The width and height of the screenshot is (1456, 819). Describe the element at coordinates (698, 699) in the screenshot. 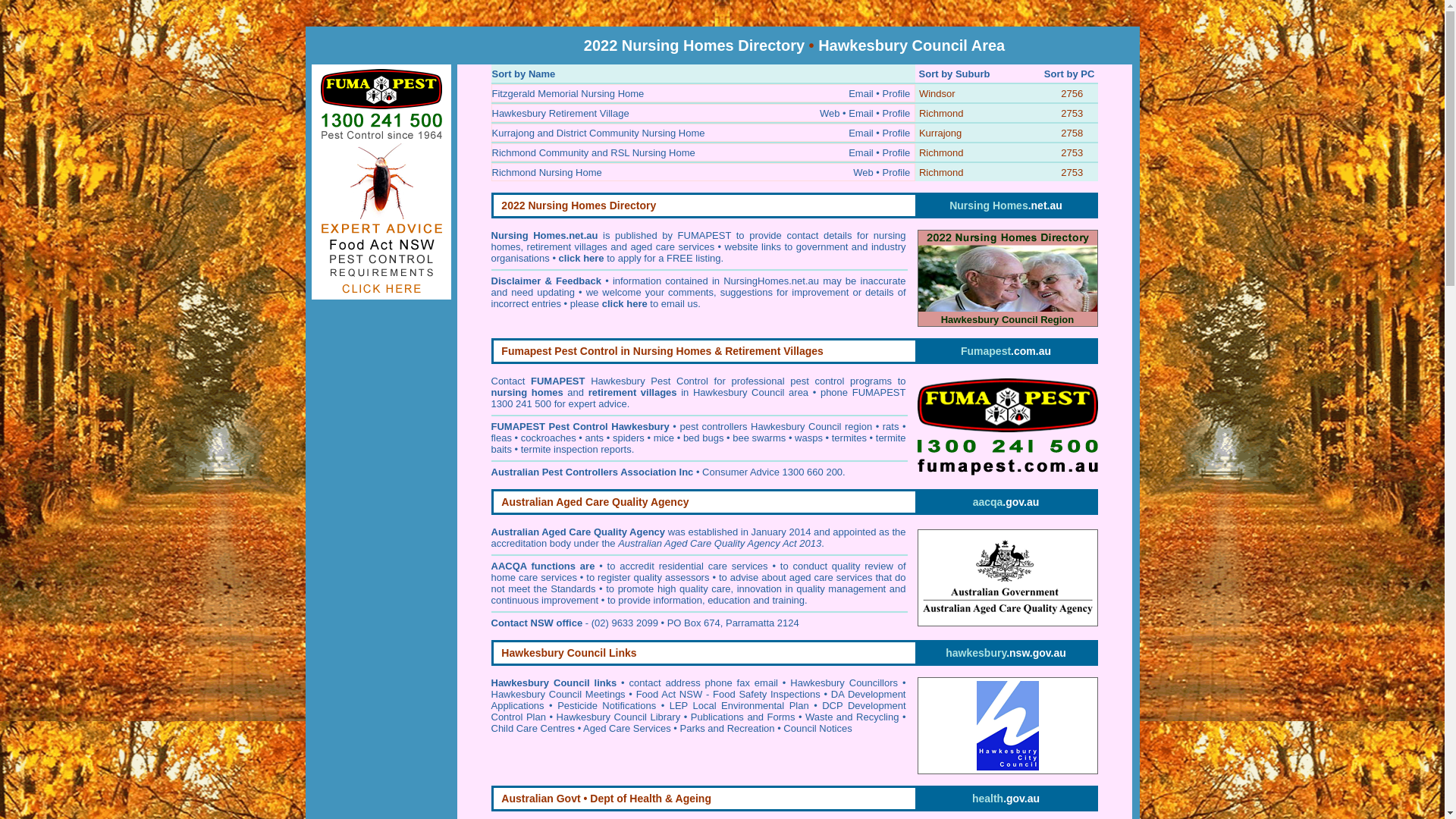

I see `'DA Development Applications'` at that location.